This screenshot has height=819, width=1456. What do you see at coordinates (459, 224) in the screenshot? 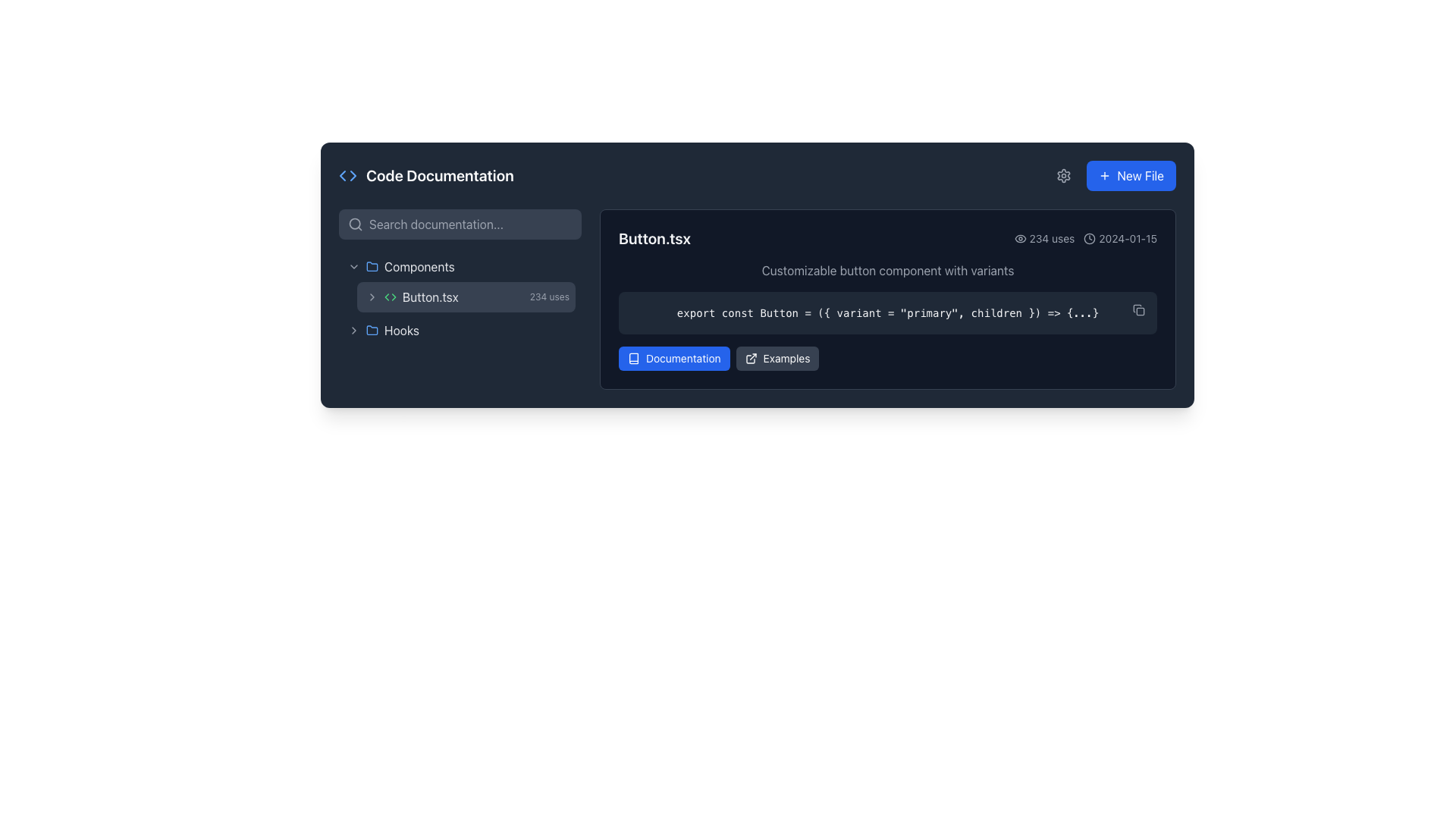
I see `the text input field located near the top-left corner of the 'Code Documentation' panel` at bounding box center [459, 224].